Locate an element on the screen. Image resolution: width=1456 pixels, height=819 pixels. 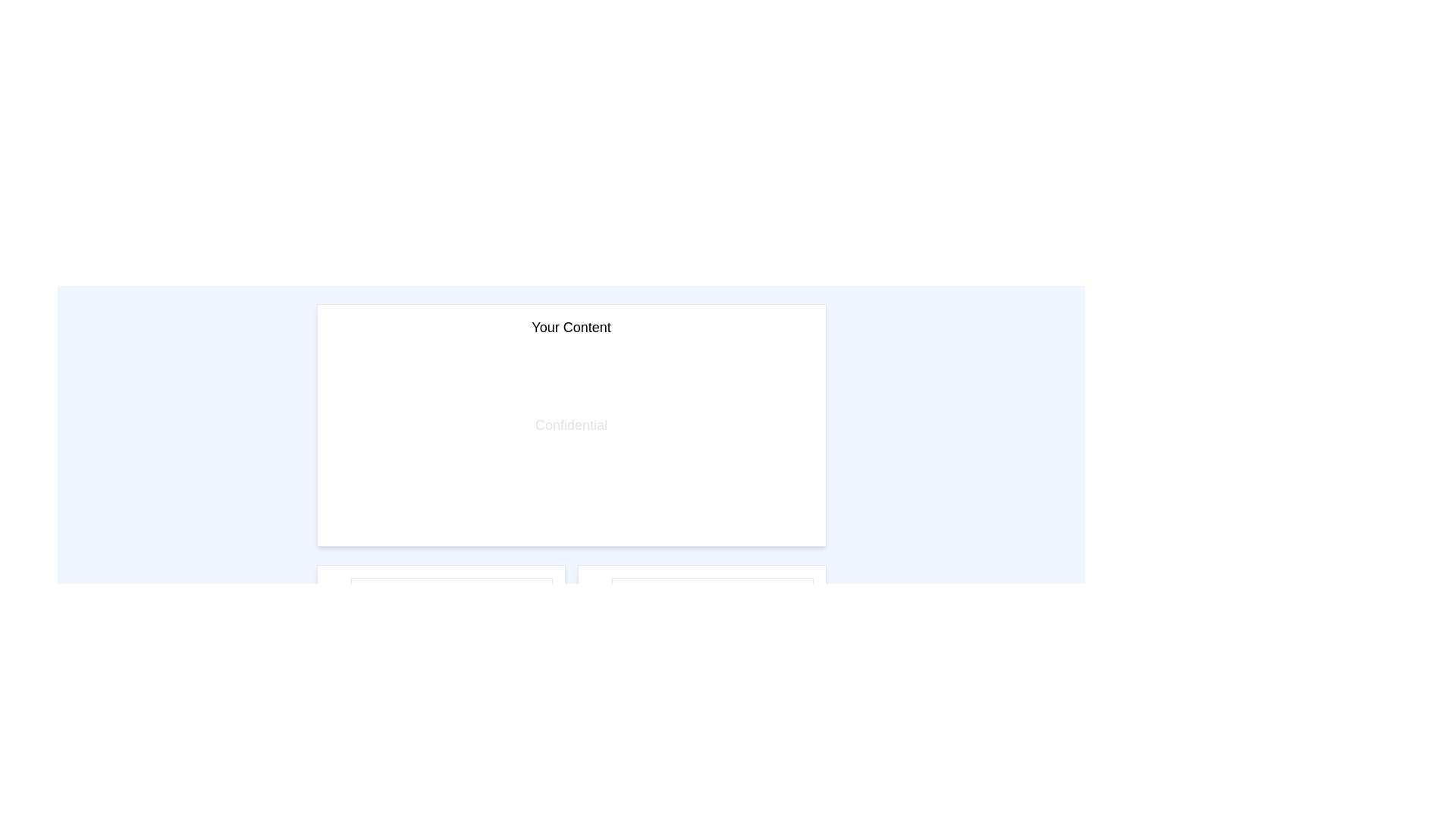
heading text element located at the top-center of the white rectangular card component, which serves as the main title and is positioned above the 'Confidential' watermark, for debug purposes is located at coordinates (570, 327).